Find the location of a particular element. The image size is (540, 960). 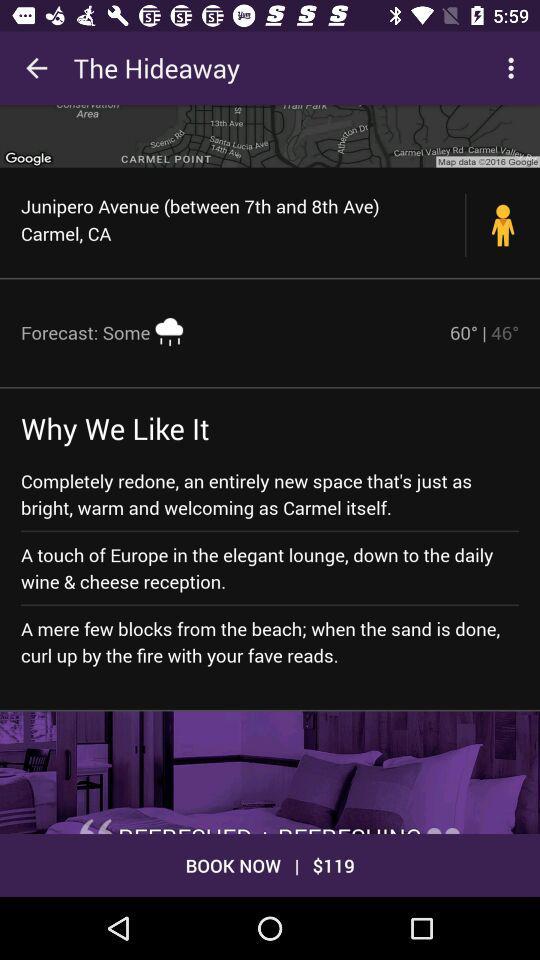

the item at the bottom left corner is located at coordinates (95, 826).